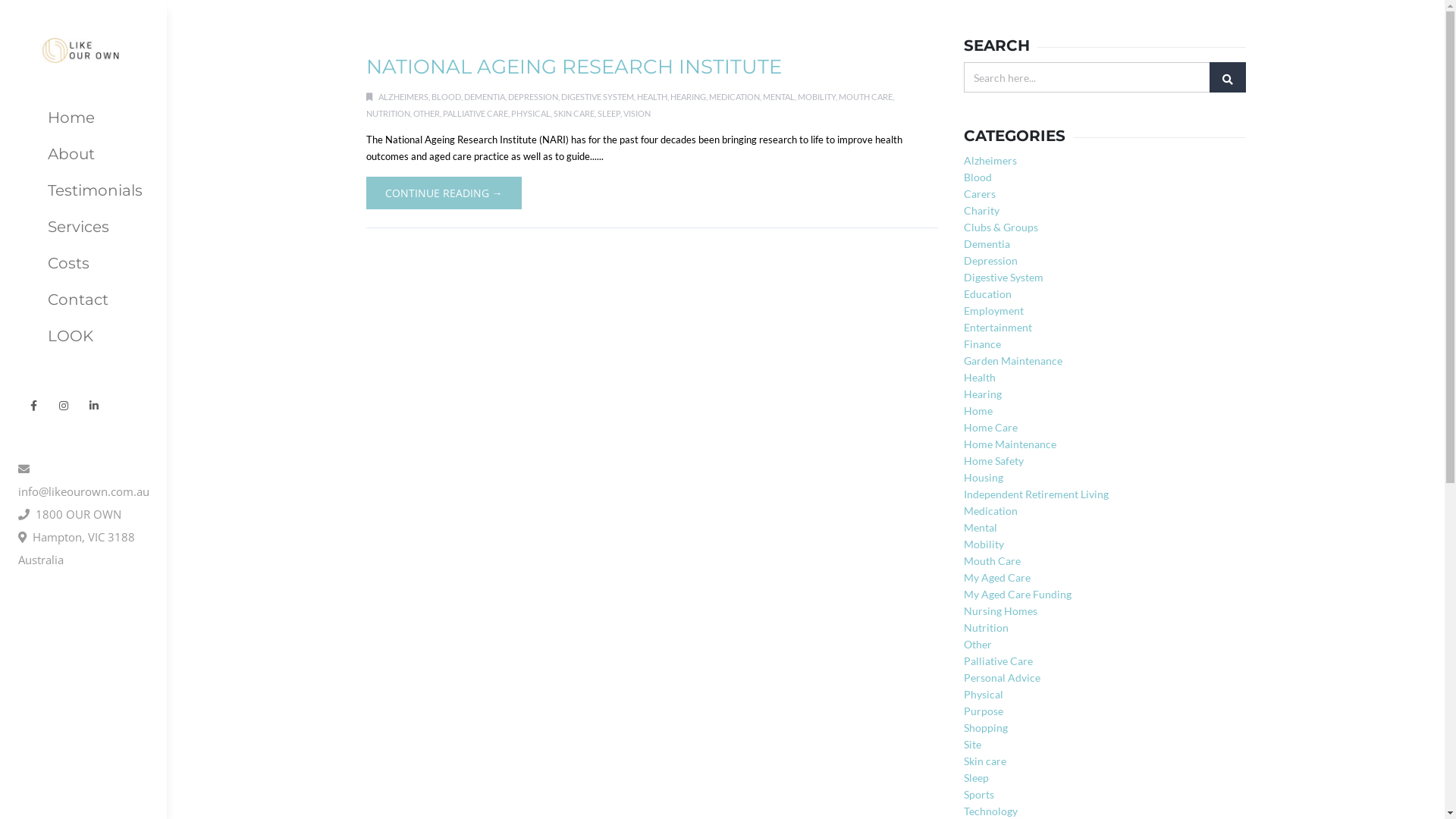 This screenshot has height=819, width=1456. What do you see at coordinates (608, 111) in the screenshot?
I see `'SLEEP'` at bounding box center [608, 111].